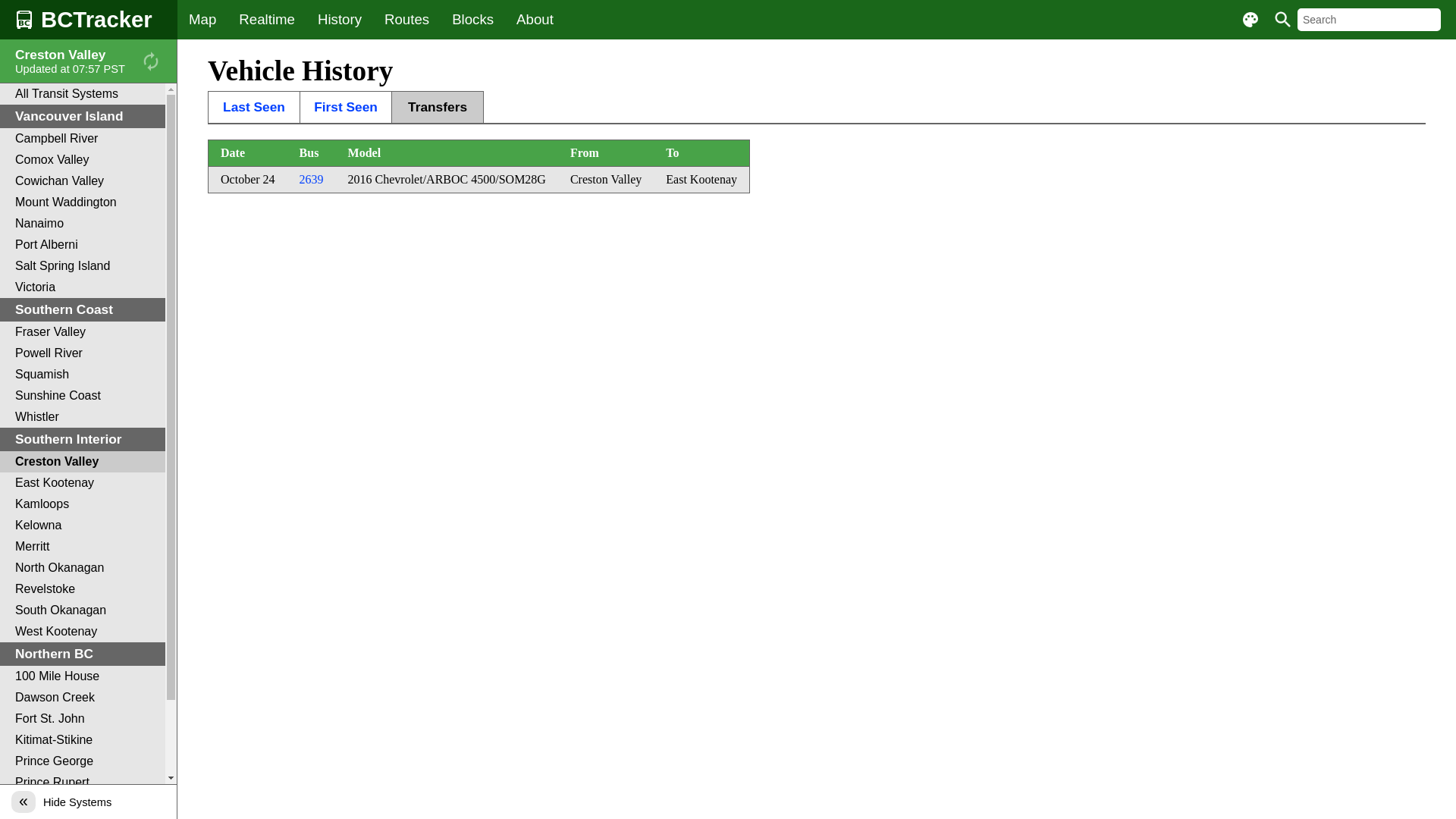 This screenshot has width=1456, height=819. Describe the element at coordinates (0, 525) in the screenshot. I see `'Kelowna'` at that location.